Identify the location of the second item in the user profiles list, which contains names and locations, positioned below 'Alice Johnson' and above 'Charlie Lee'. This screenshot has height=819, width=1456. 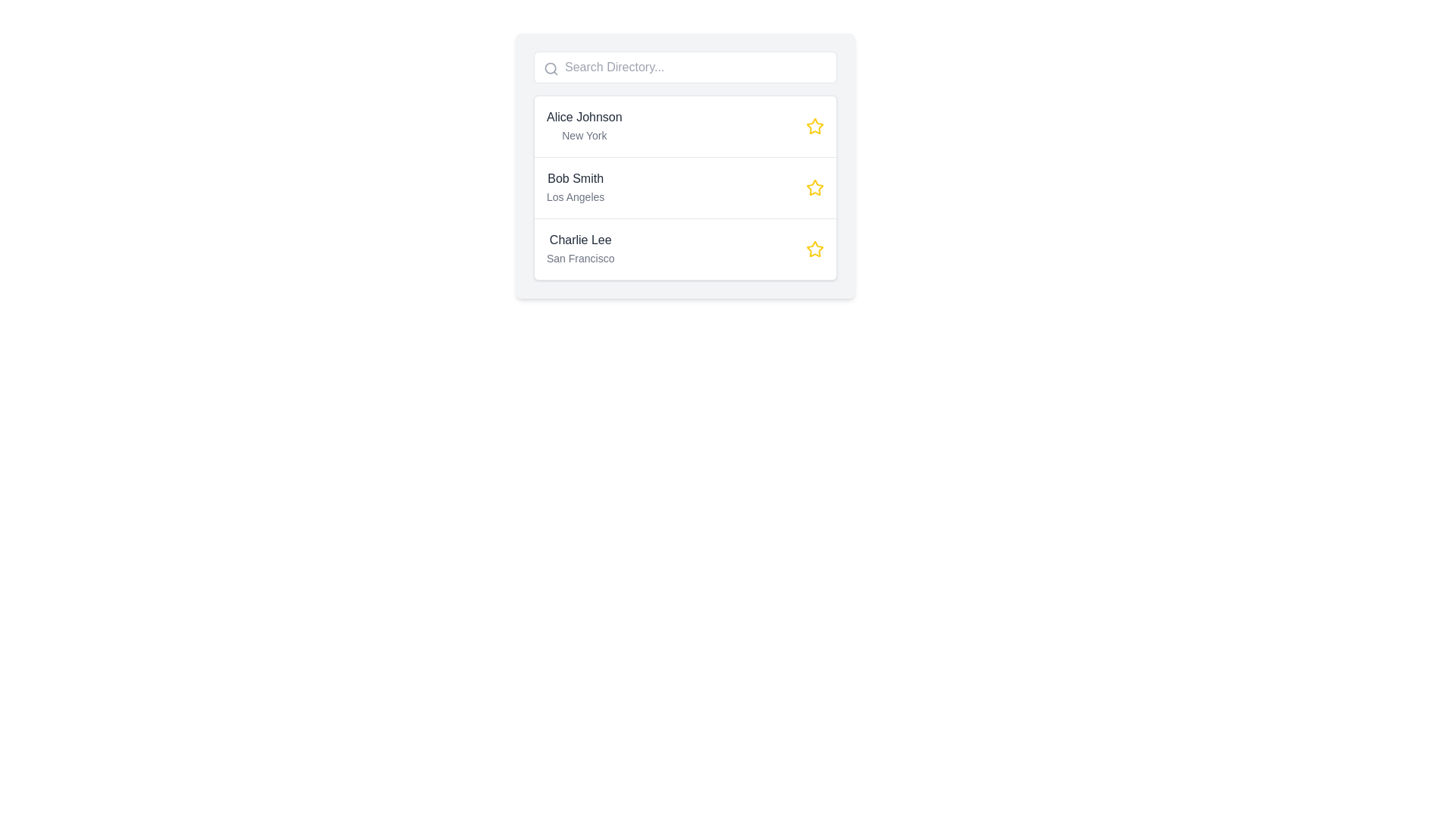
(684, 187).